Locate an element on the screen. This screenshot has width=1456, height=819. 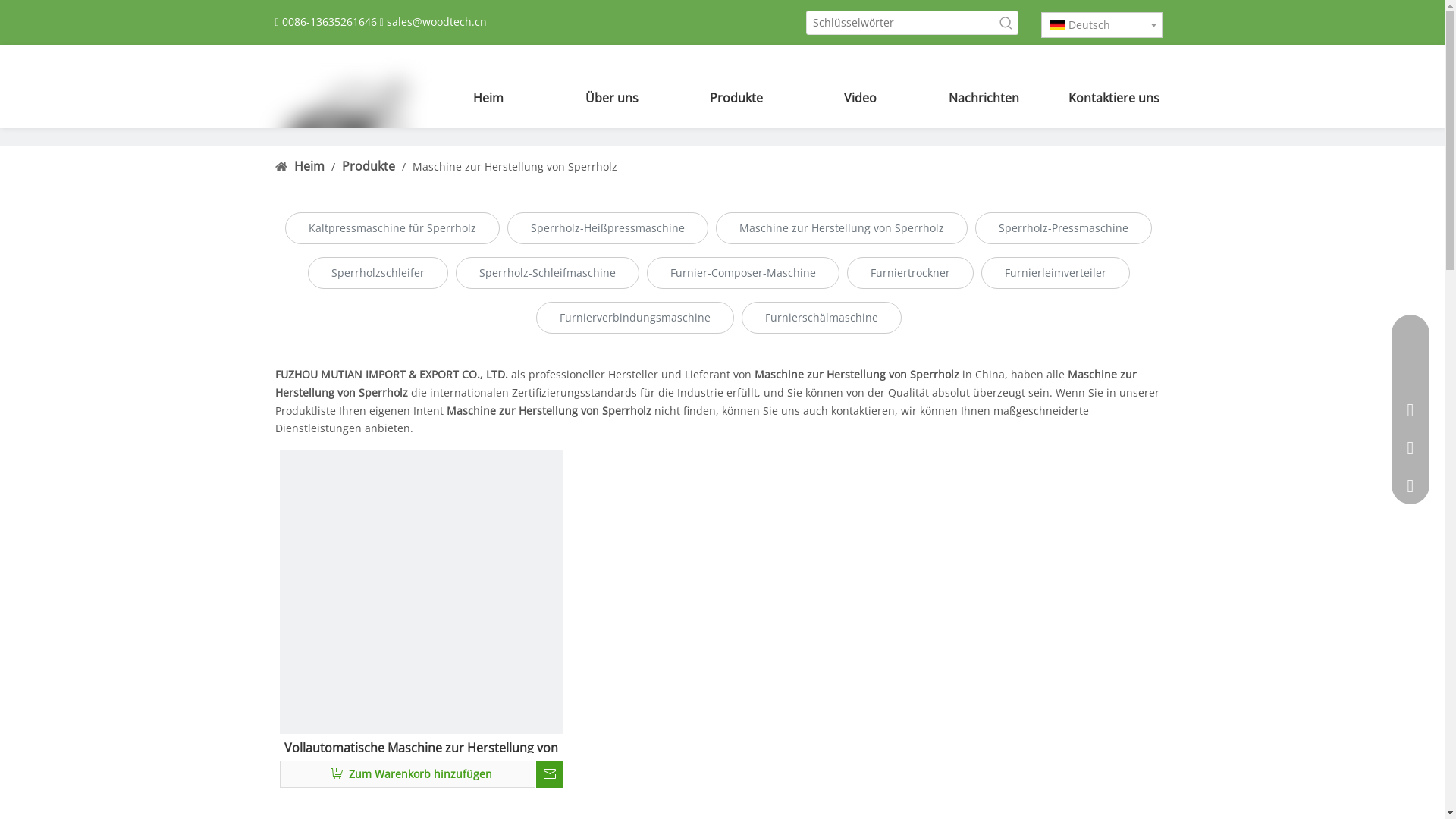
'Kontaktiere uns' is located at coordinates (1107, 97).